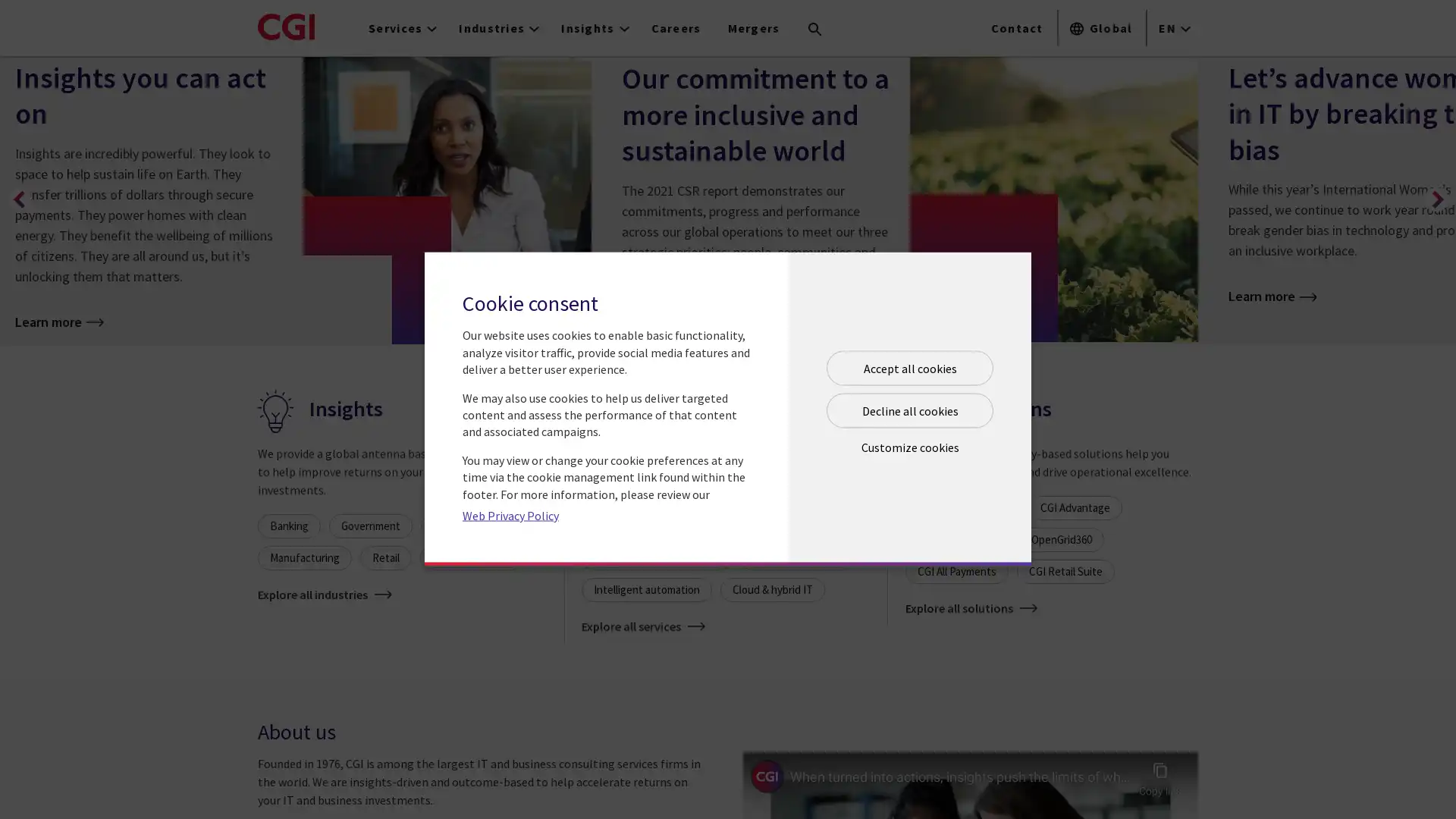 The width and height of the screenshot is (1456, 819). Describe the element at coordinates (510, 513) in the screenshot. I see `Web Privacy Policy` at that location.